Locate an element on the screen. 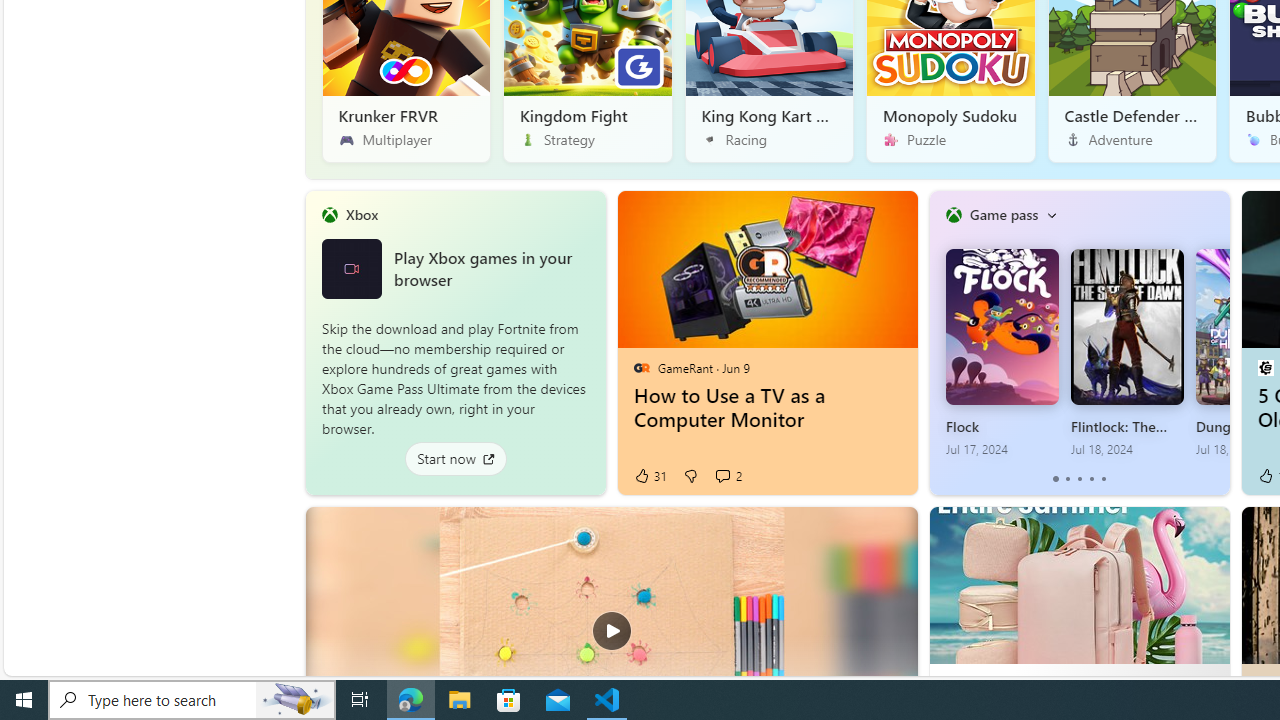  'View comments 2 Comment' is located at coordinates (721, 475).